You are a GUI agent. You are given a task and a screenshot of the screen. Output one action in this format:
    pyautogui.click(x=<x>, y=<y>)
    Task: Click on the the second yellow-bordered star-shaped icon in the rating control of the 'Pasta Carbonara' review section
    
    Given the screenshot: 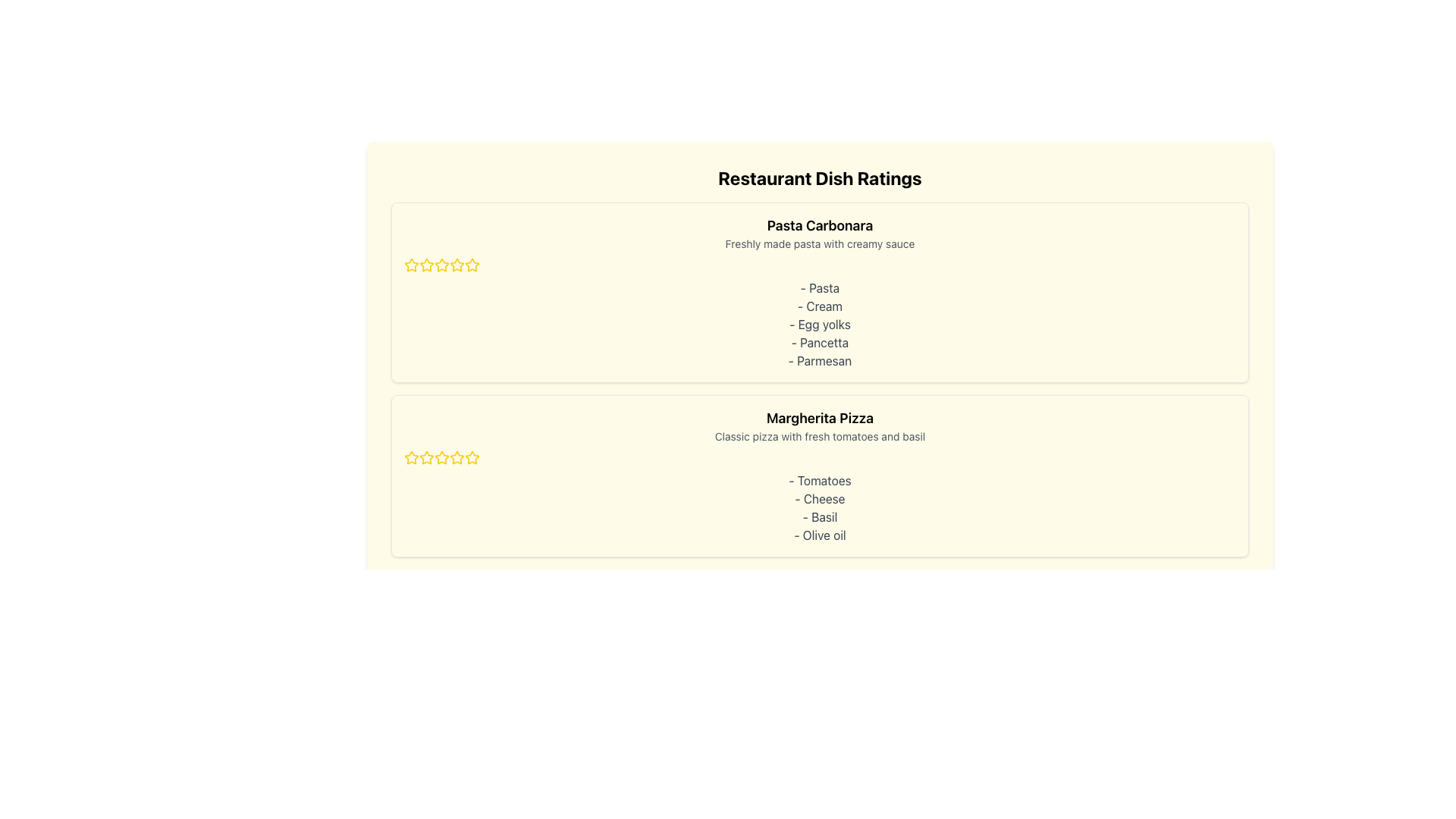 What is the action you would take?
    pyautogui.click(x=441, y=264)
    